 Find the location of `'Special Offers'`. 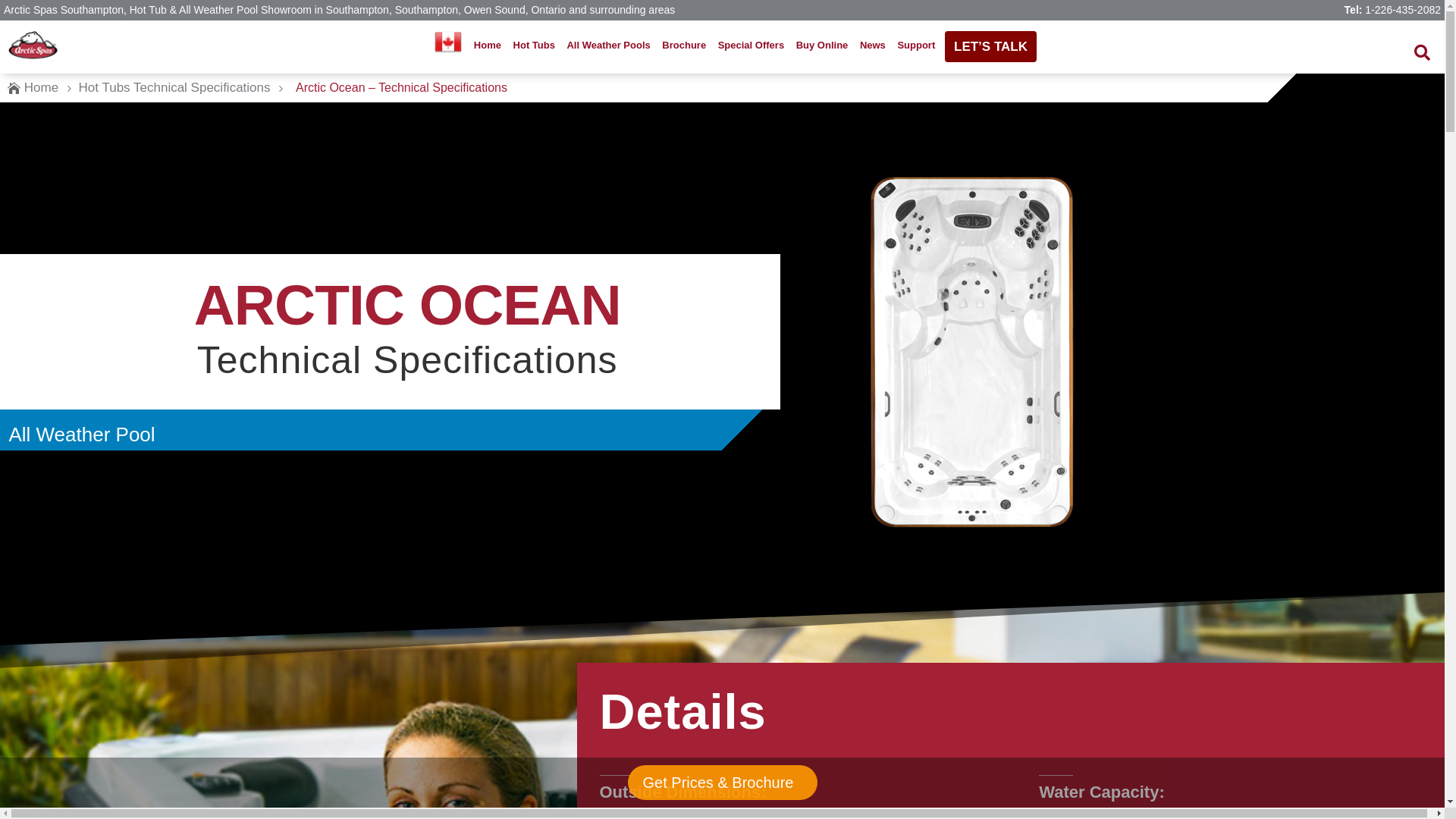

'Special Offers' is located at coordinates (751, 44).